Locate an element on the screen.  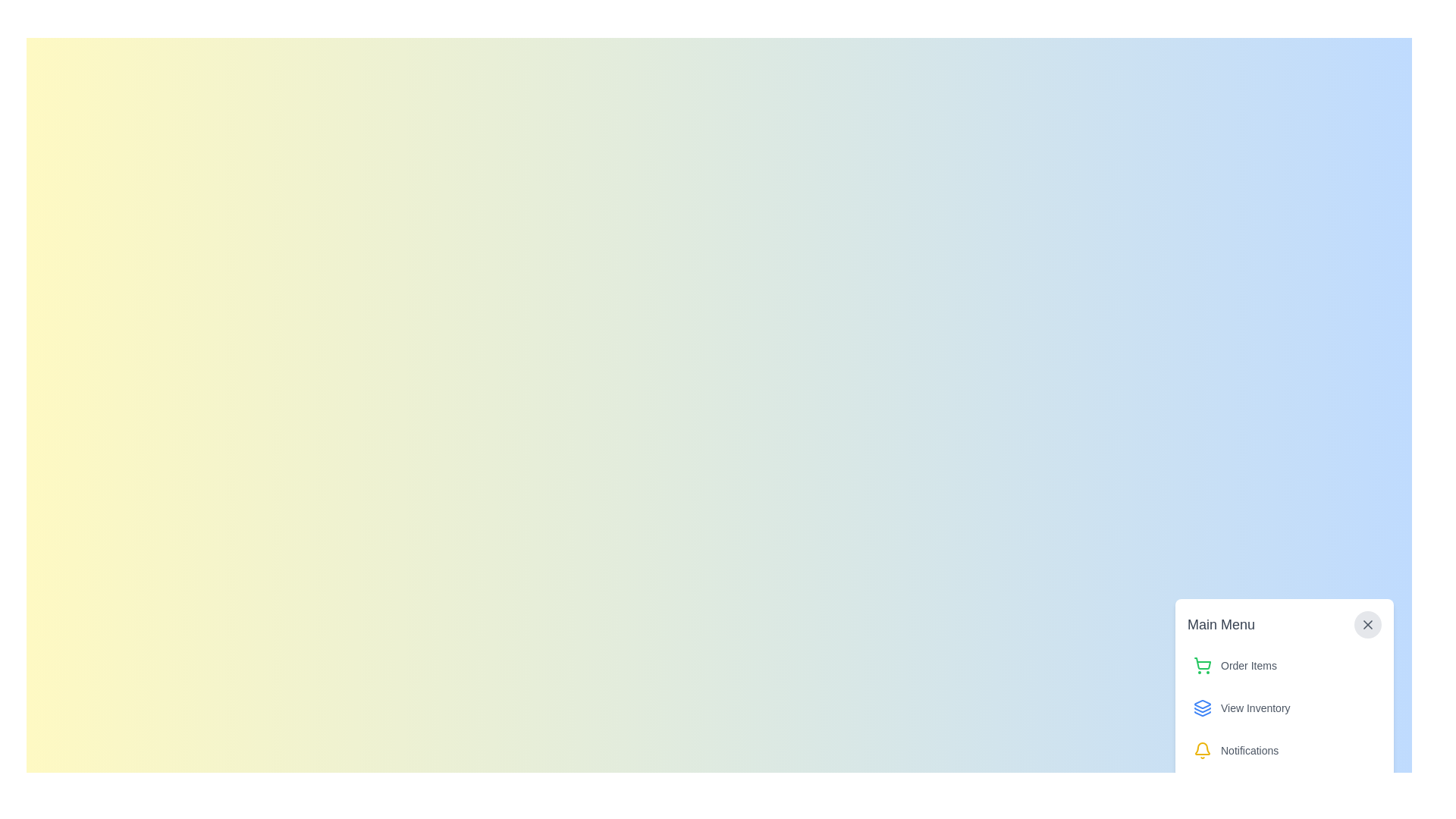
the first menu item in the Main Menu is located at coordinates (1284, 665).